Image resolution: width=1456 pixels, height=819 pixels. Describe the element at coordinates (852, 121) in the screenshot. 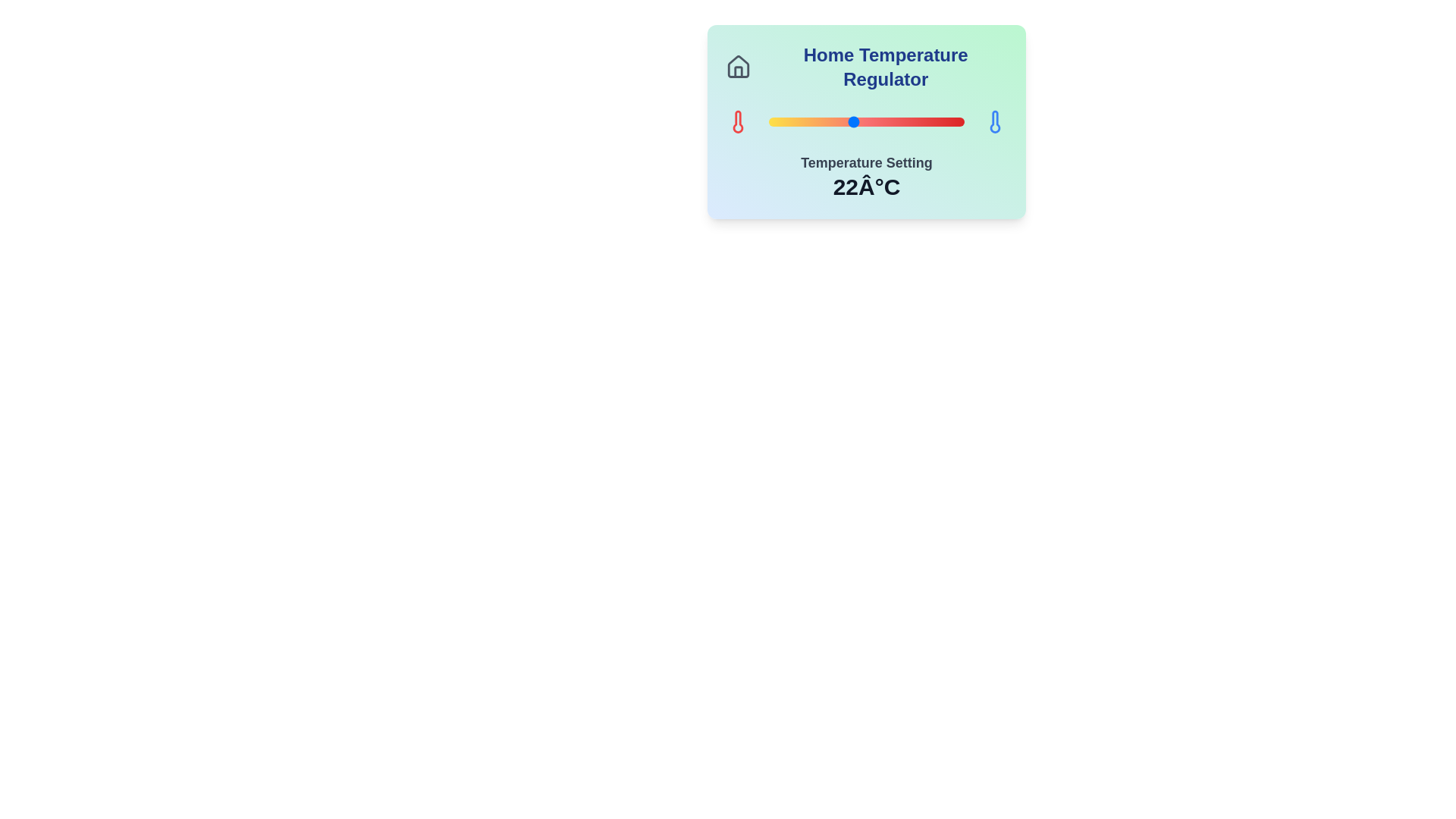

I see `the temperature to 22°C using the slider` at that location.